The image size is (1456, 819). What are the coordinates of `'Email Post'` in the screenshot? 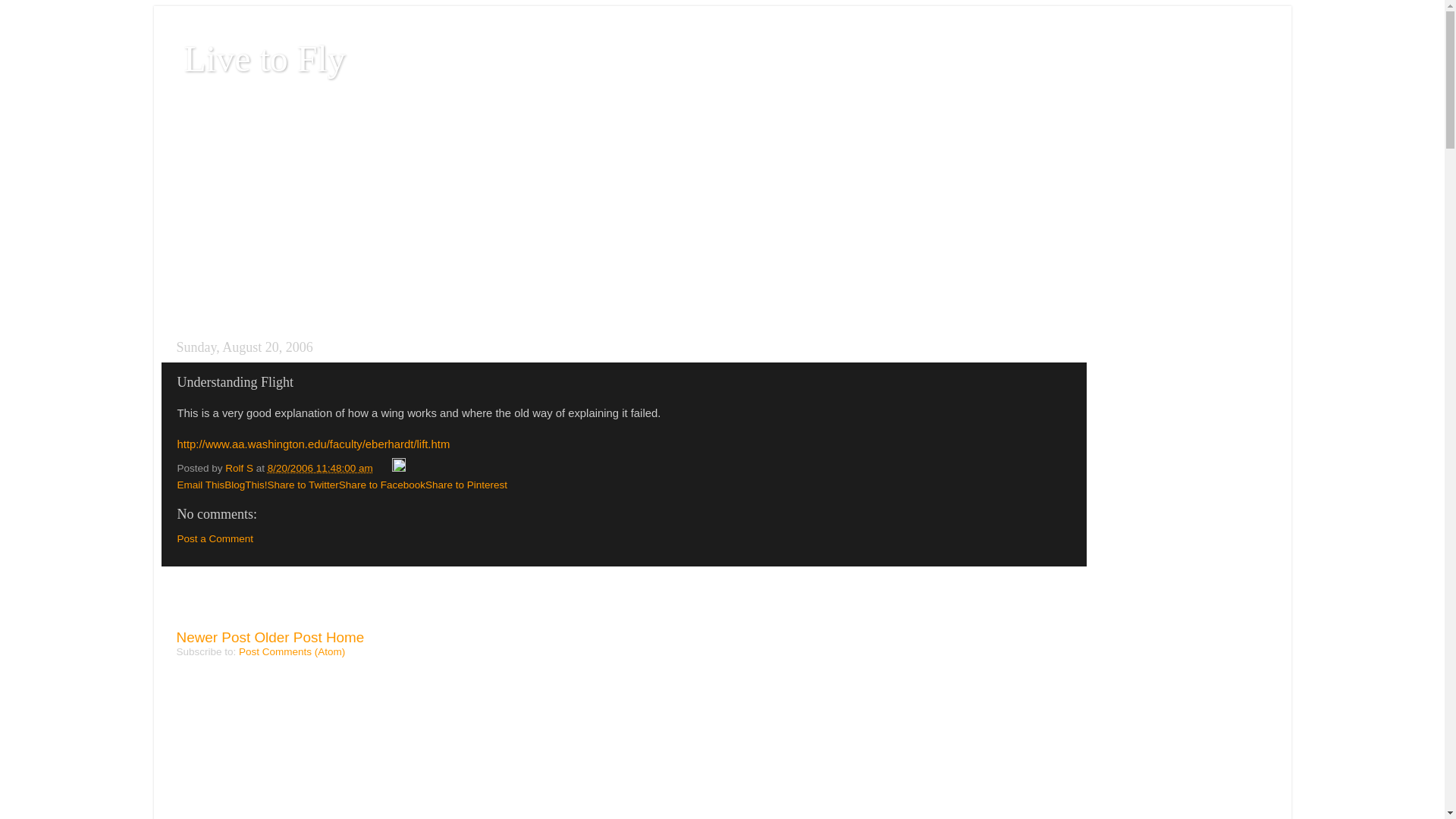 It's located at (383, 467).